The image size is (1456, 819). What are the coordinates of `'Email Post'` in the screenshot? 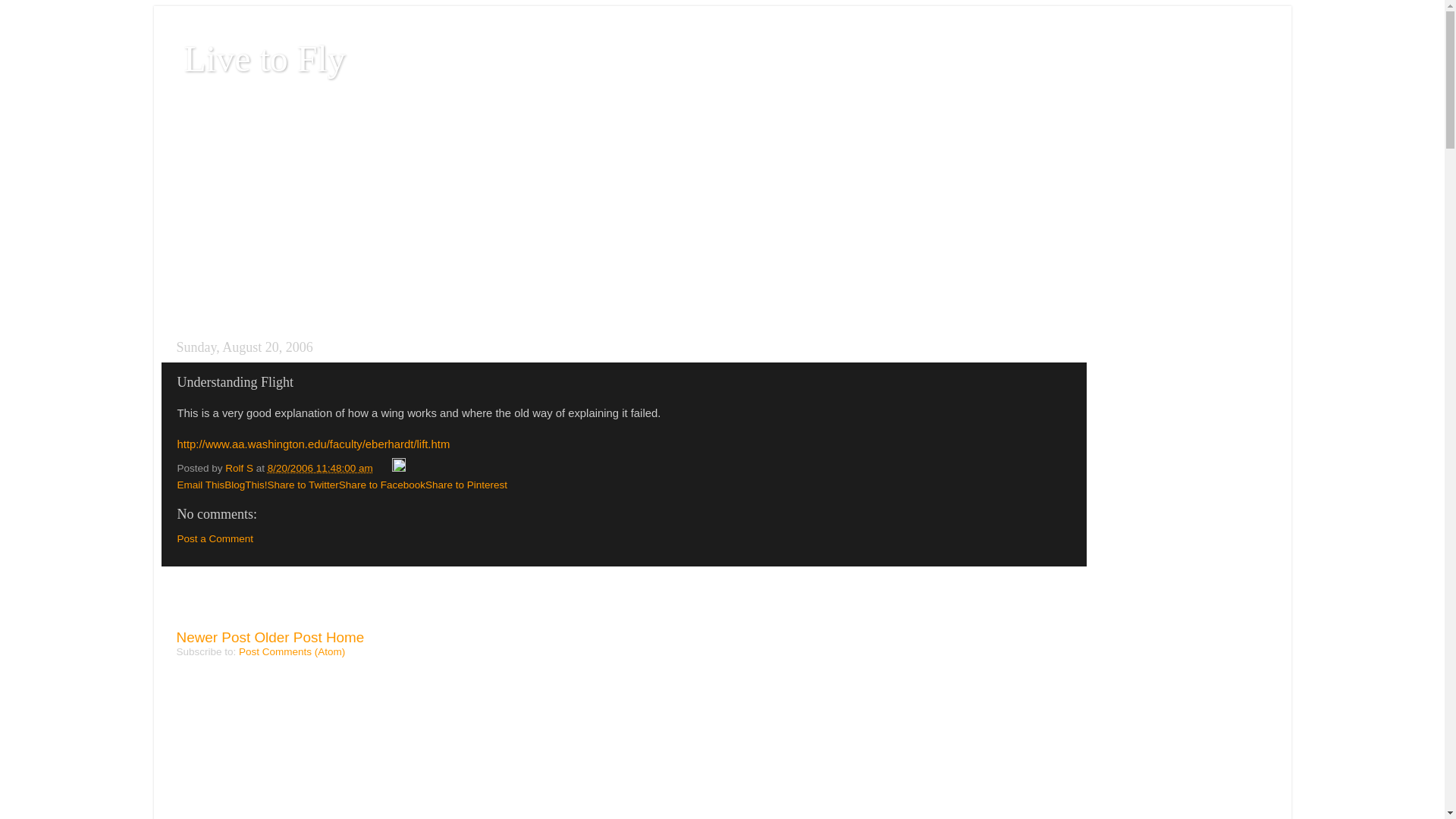 It's located at (383, 467).